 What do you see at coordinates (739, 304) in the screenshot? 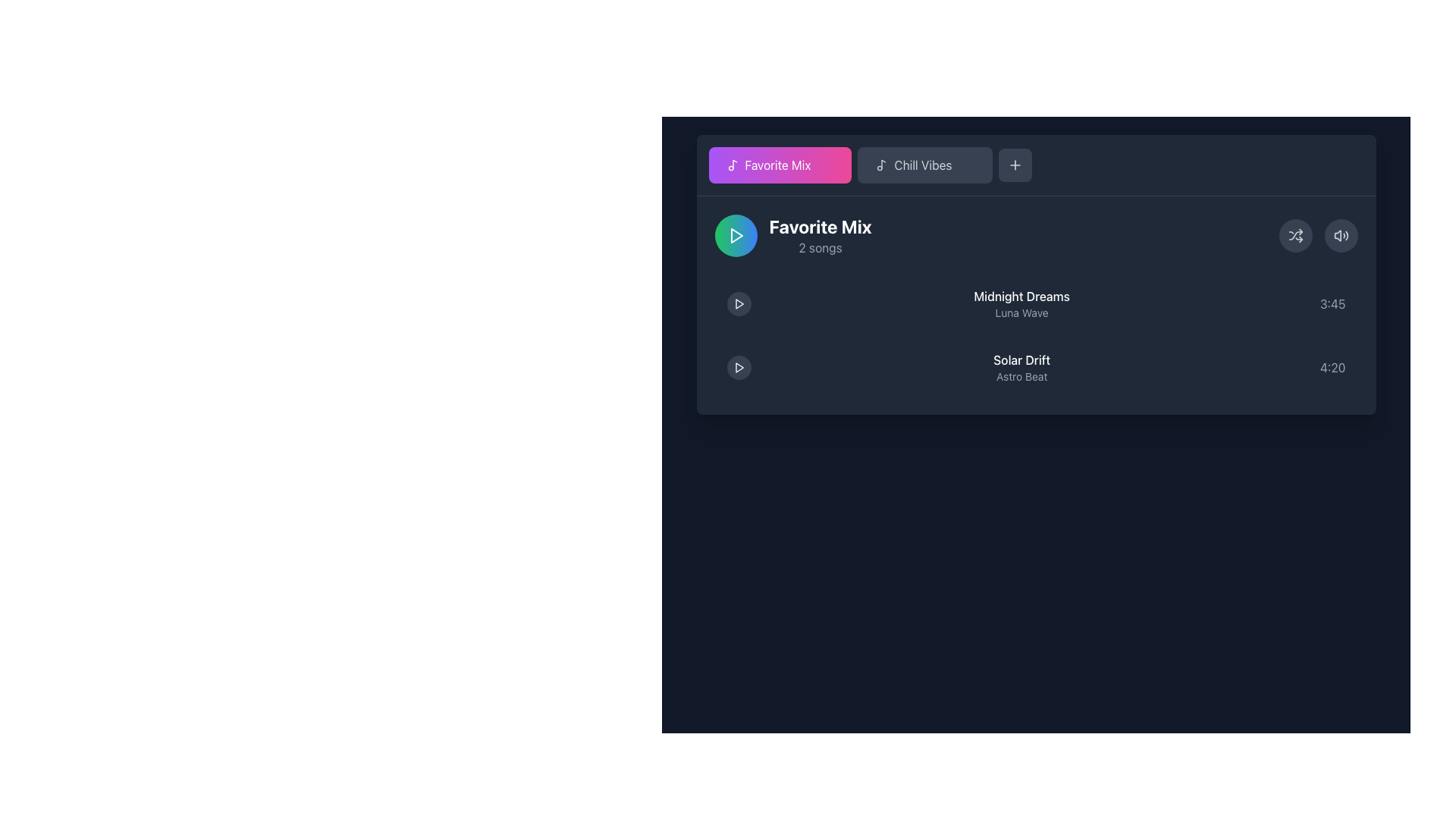
I see `the play button located to the left of the song titled 'Midnight Dreams' in the music playlist interface` at bounding box center [739, 304].